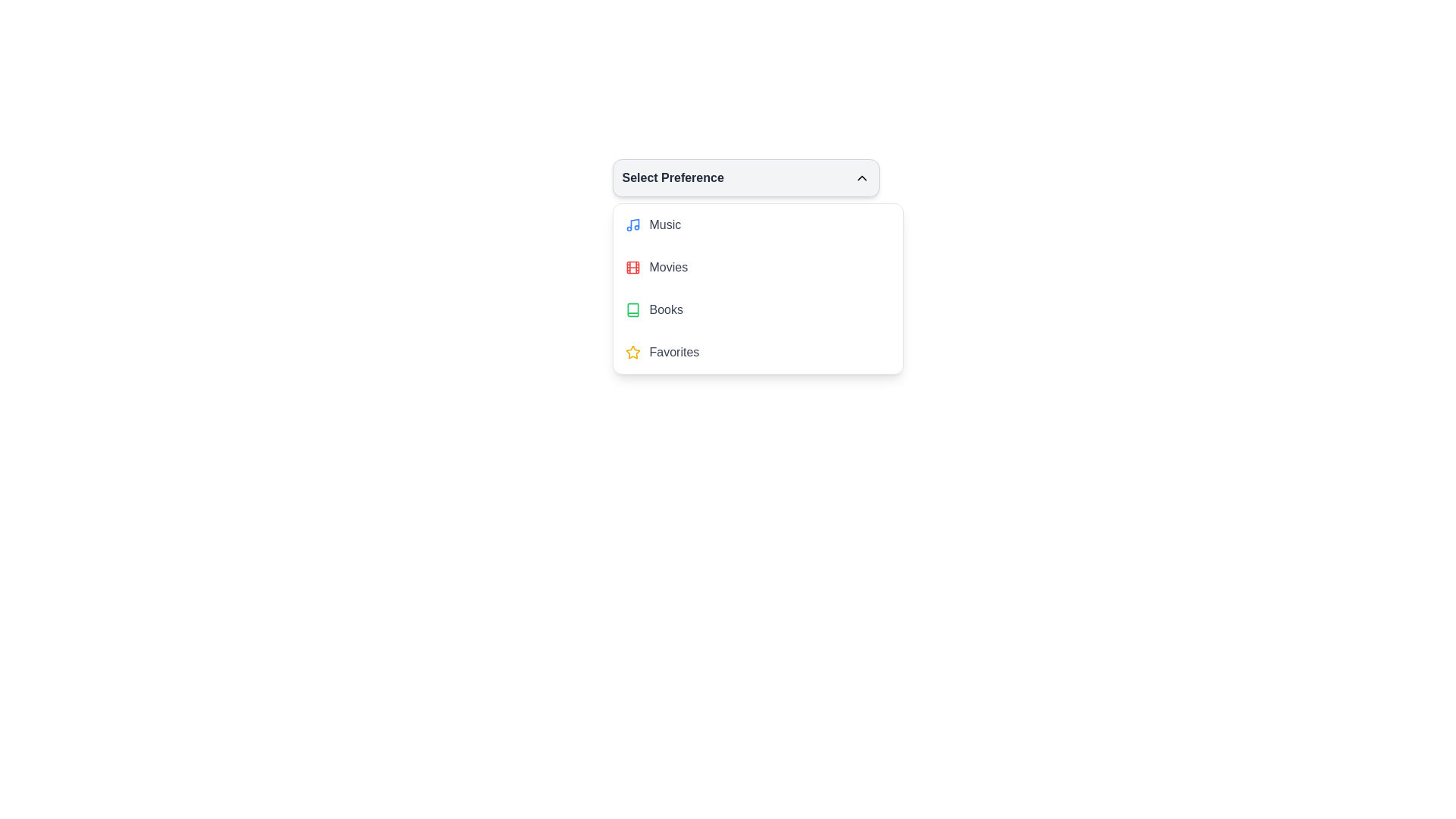  Describe the element at coordinates (632, 352) in the screenshot. I see `the star-shaped icon with a yellow color located near the top region of the dropdown below the 'Select Preference' label` at that location.